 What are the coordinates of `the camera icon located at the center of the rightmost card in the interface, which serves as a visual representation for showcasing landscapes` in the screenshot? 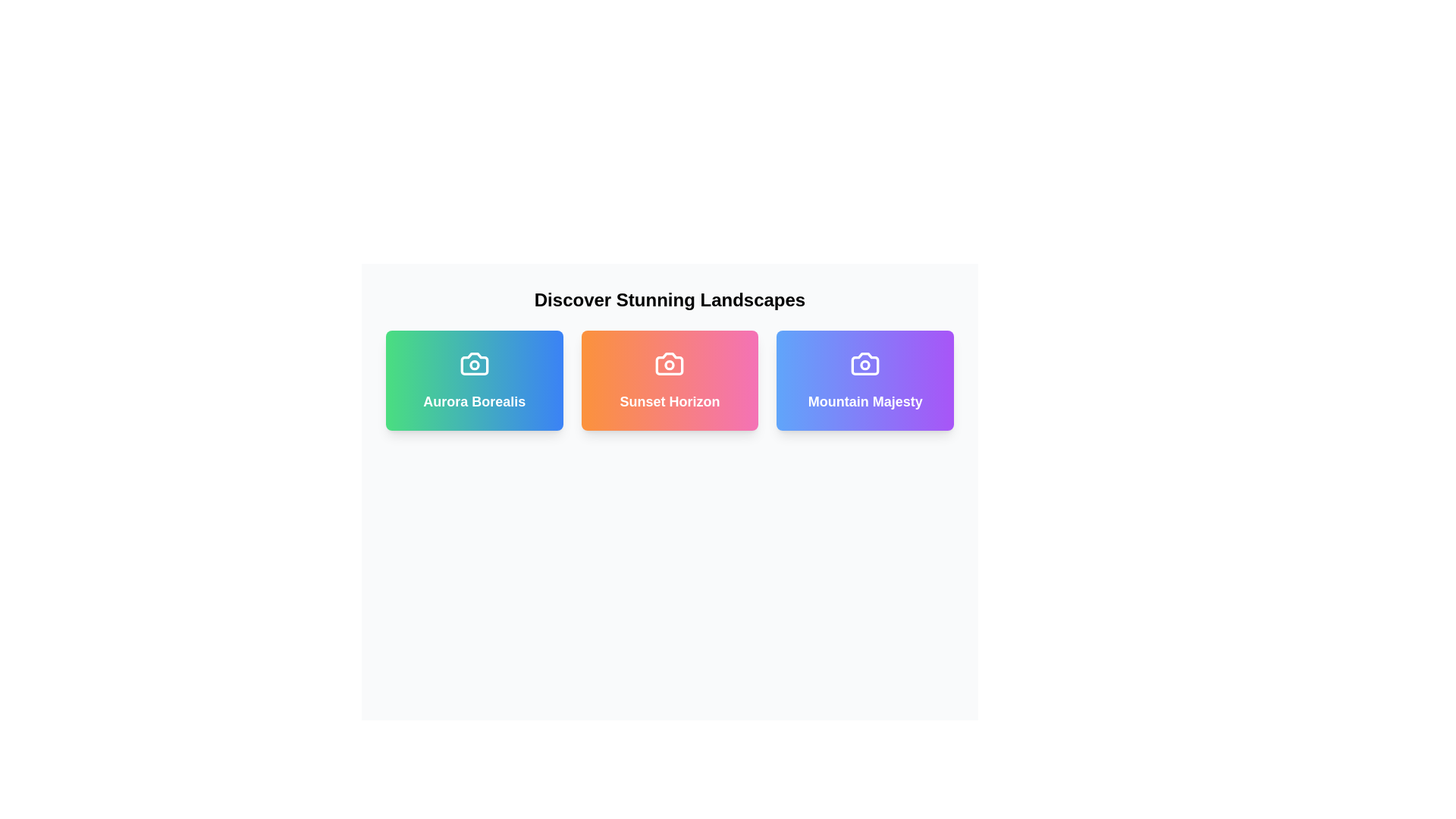 It's located at (865, 363).